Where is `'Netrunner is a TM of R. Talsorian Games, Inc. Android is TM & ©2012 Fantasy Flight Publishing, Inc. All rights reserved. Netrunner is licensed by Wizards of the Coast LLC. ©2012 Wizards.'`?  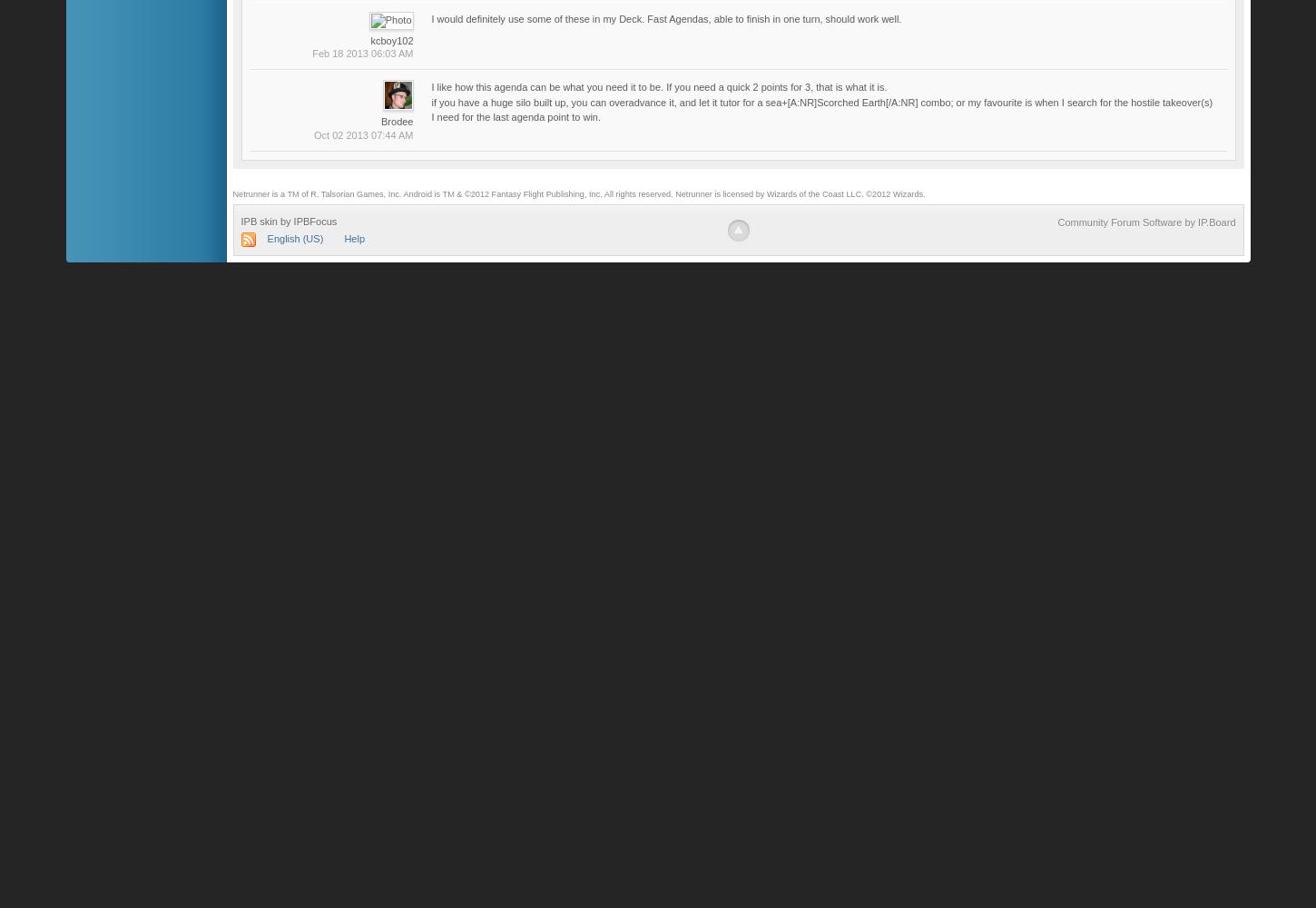 'Netrunner is a TM of R. Talsorian Games, Inc. Android is TM & ©2012 Fantasy Flight Publishing, Inc. All rights reserved. Netrunner is licensed by Wizards of the Coast LLC. ©2012 Wizards.' is located at coordinates (577, 193).